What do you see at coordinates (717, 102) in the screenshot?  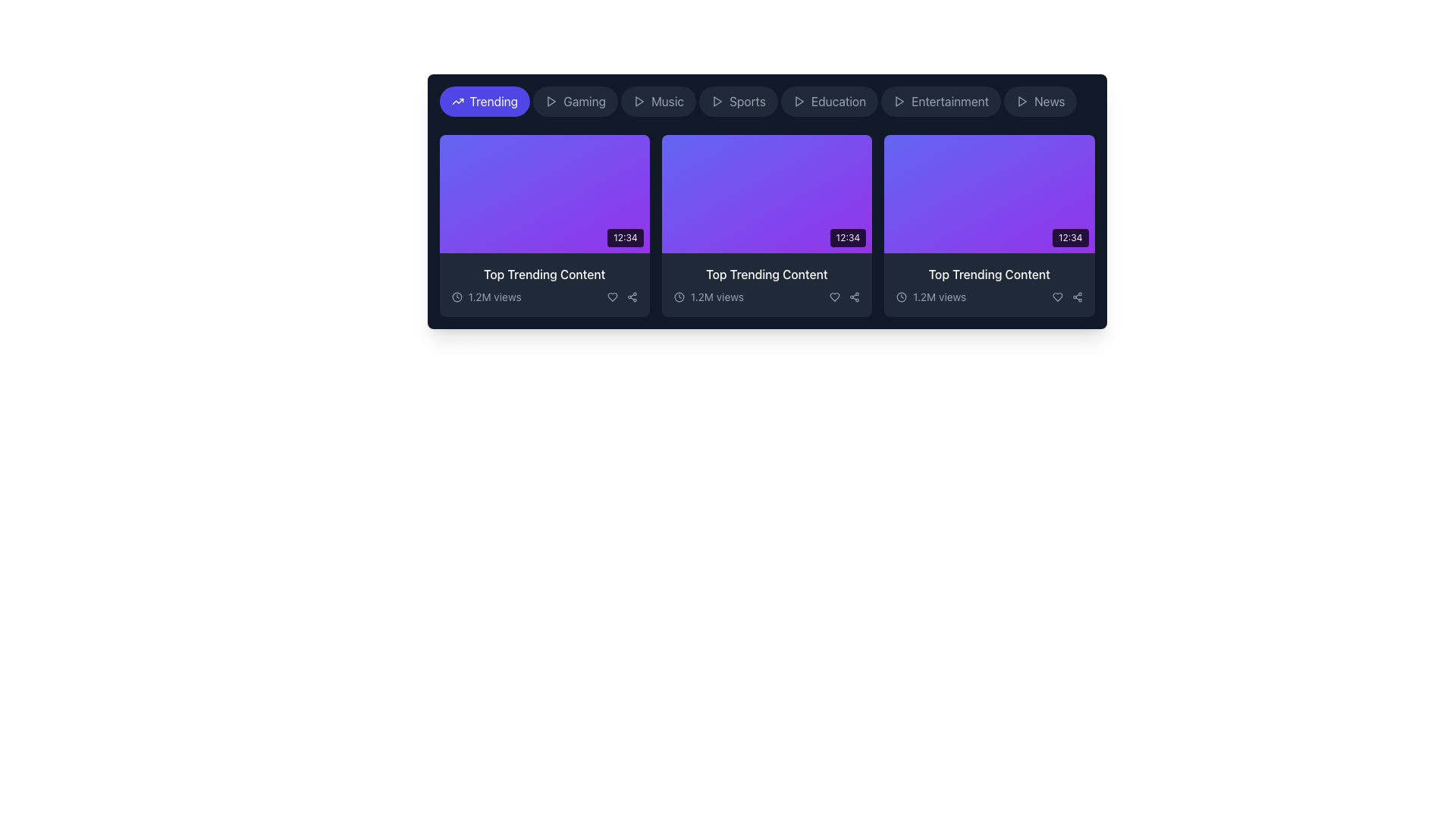 I see `the triangular play icon within the 'Sports' button` at bounding box center [717, 102].